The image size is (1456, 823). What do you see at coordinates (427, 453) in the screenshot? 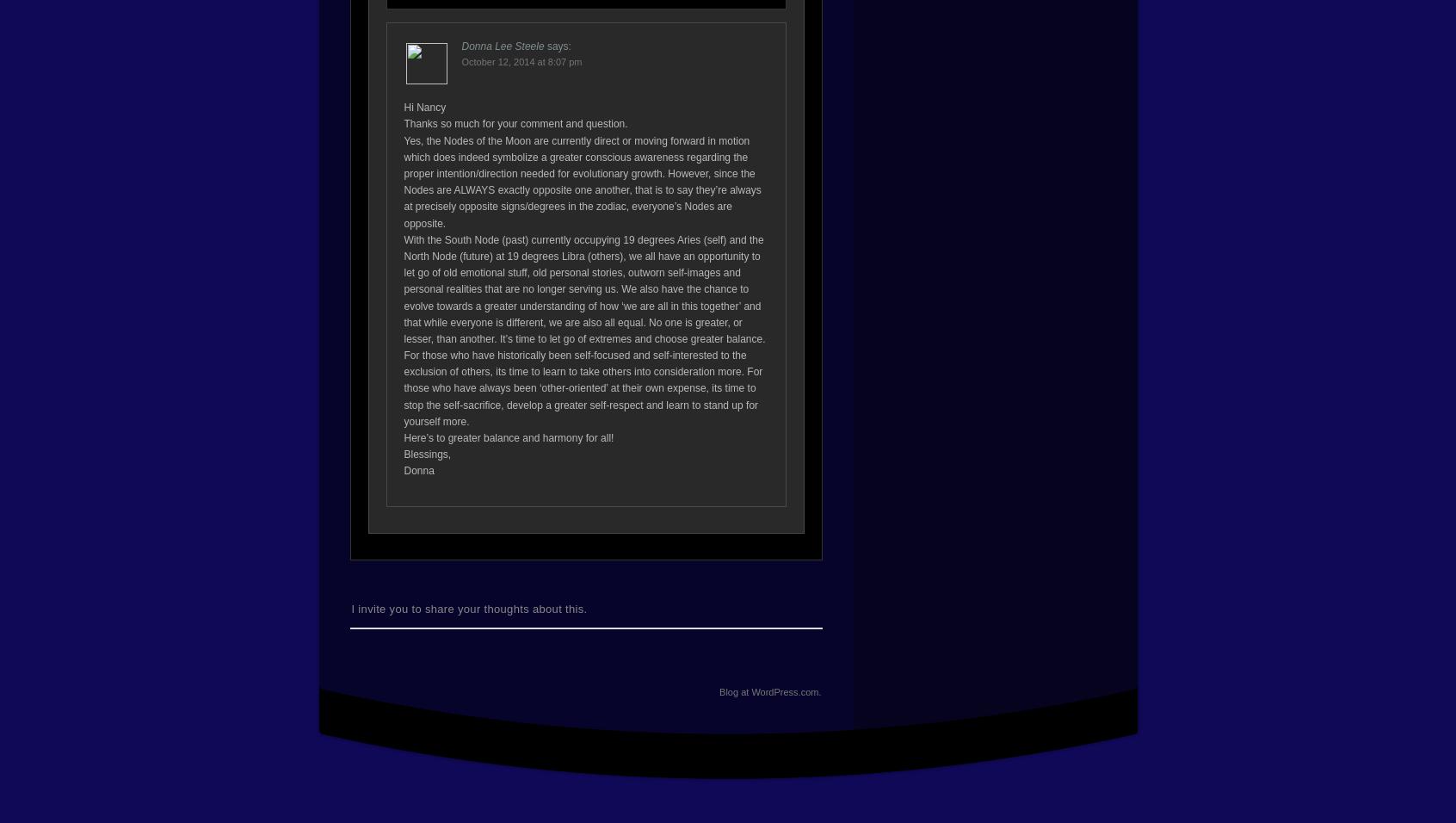
I see `'Blessings,'` at bounding box center [427, 453].